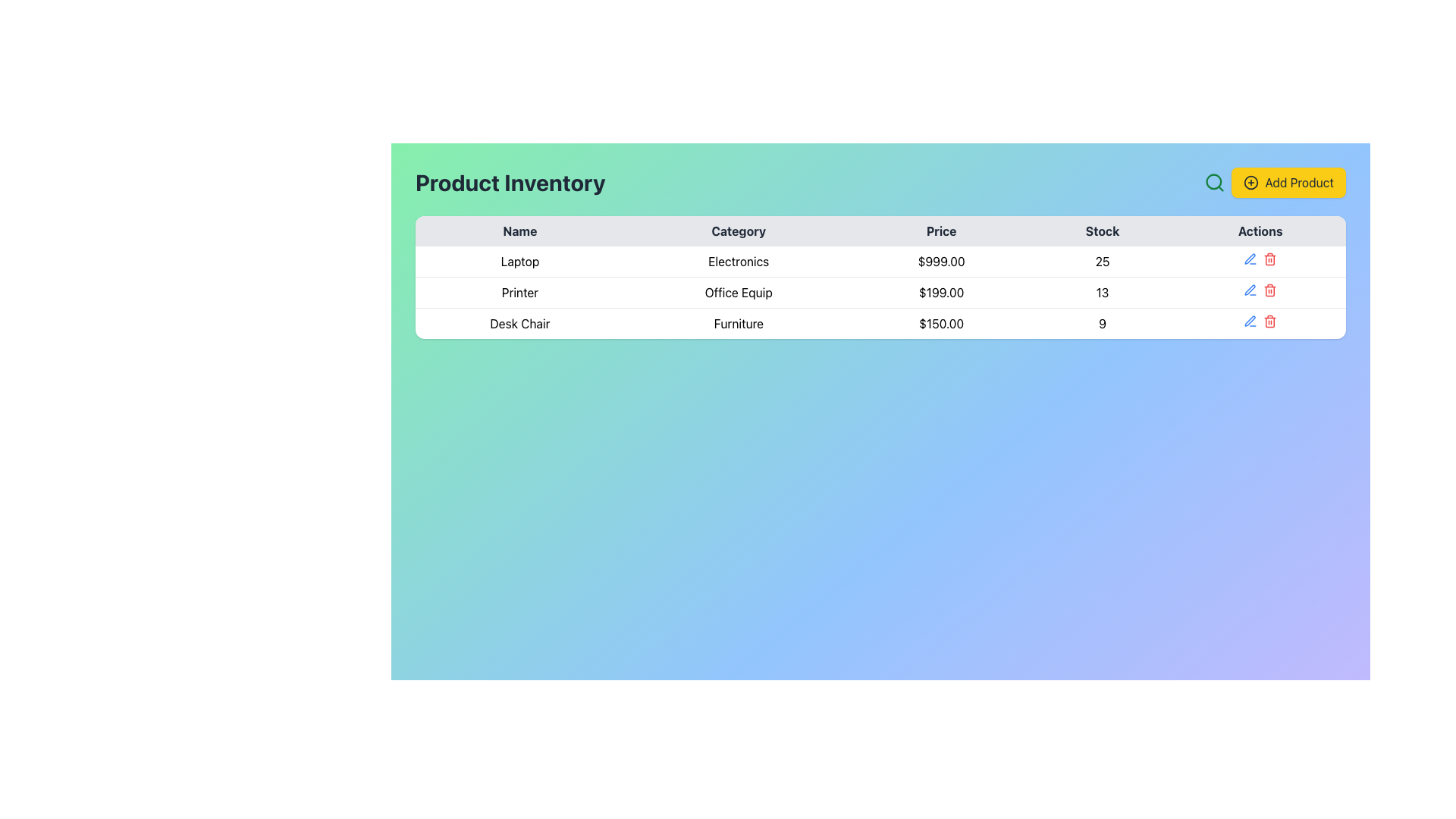  I want to click on the first data row in the 'Product Inventory' table which displays product details including name, category, price, stock, and action options, so click(880, 261).